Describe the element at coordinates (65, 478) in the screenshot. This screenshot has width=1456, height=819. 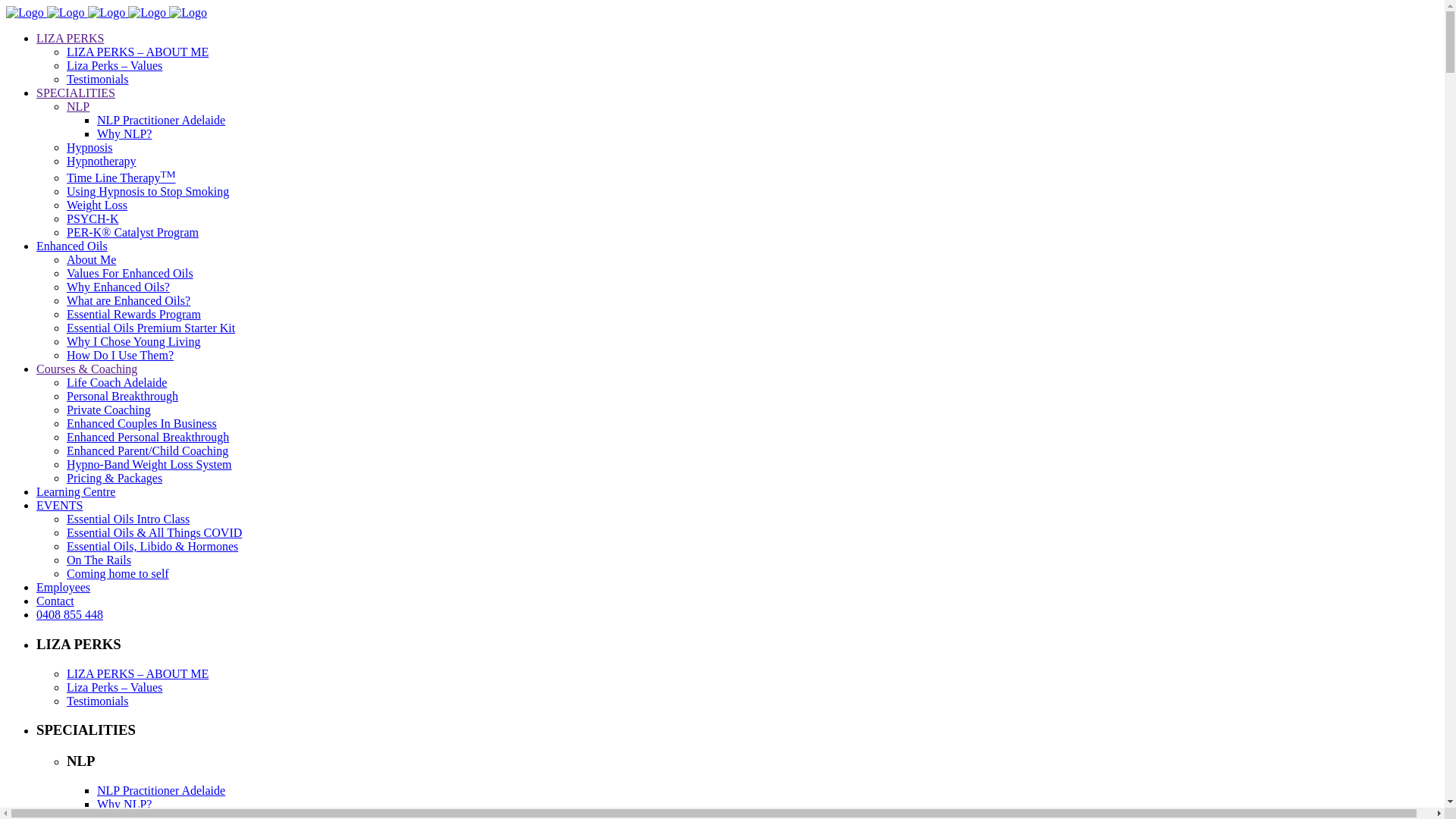
I see `'Pricing & Packages'` at that location.